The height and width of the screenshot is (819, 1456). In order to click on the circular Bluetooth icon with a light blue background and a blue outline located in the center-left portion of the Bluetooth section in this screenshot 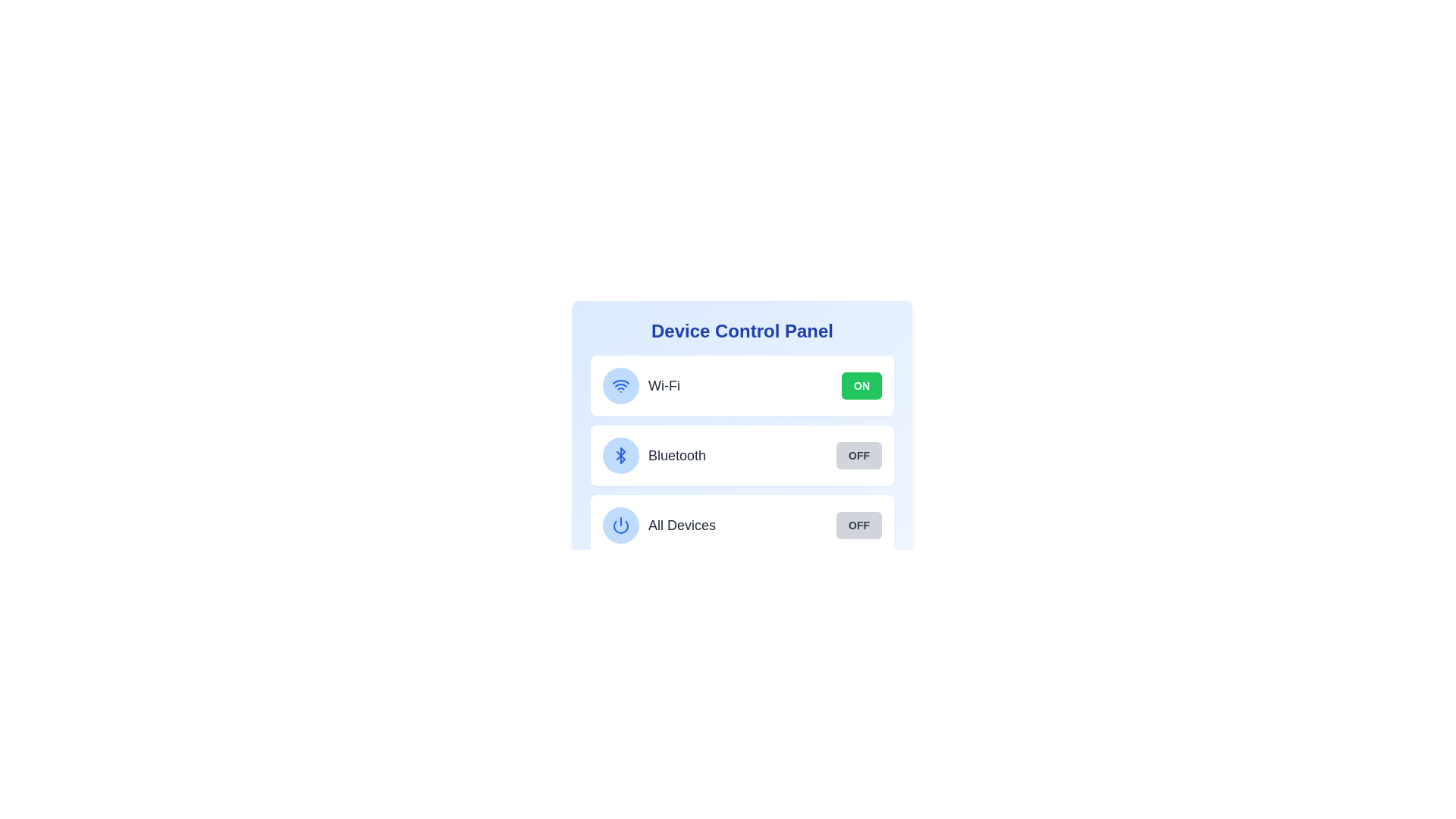, I will do `click(621, 455)`.